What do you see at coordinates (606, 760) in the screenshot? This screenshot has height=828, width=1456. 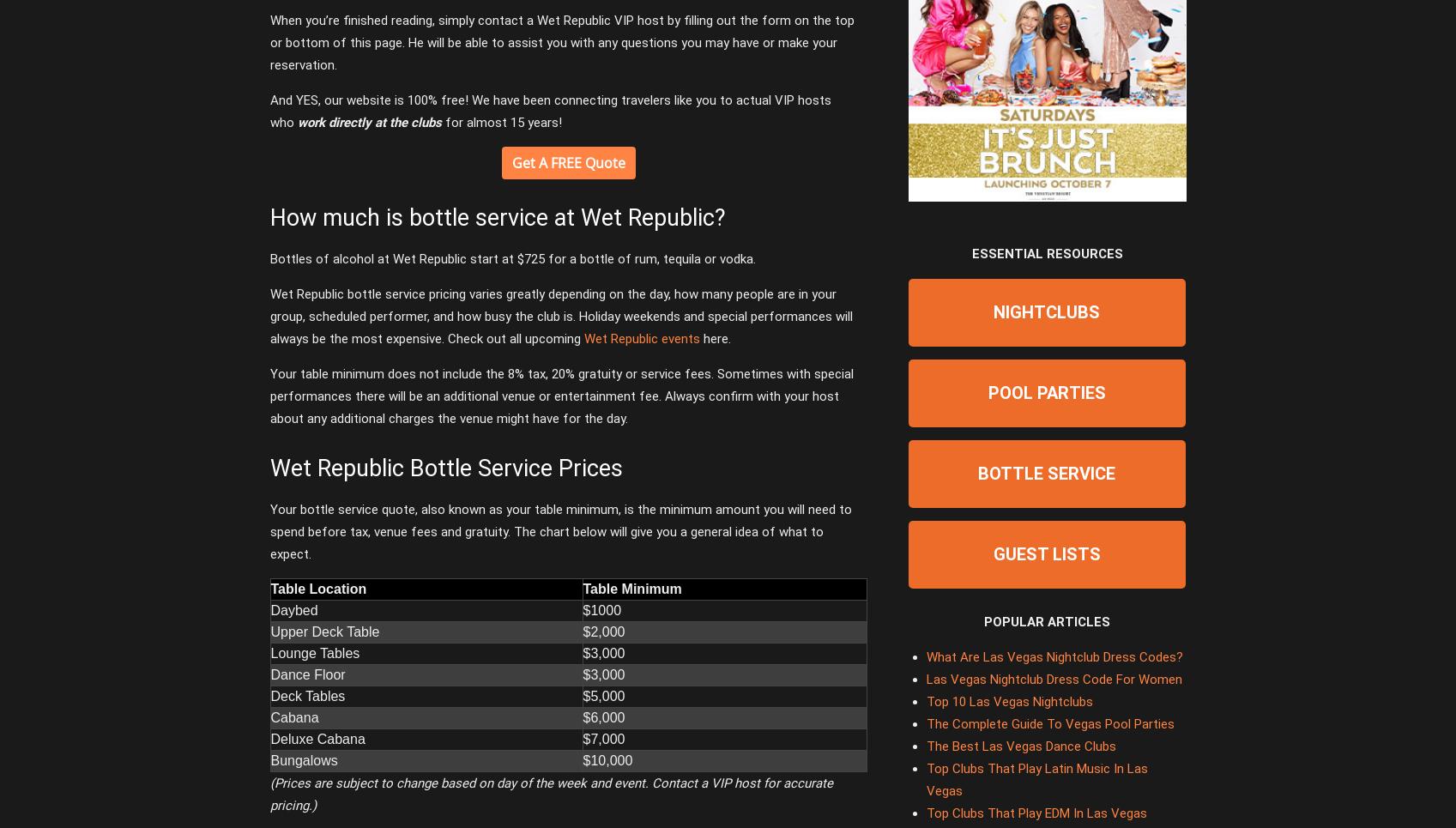 I see `'$10,000'` at bounding box center [606, 760].